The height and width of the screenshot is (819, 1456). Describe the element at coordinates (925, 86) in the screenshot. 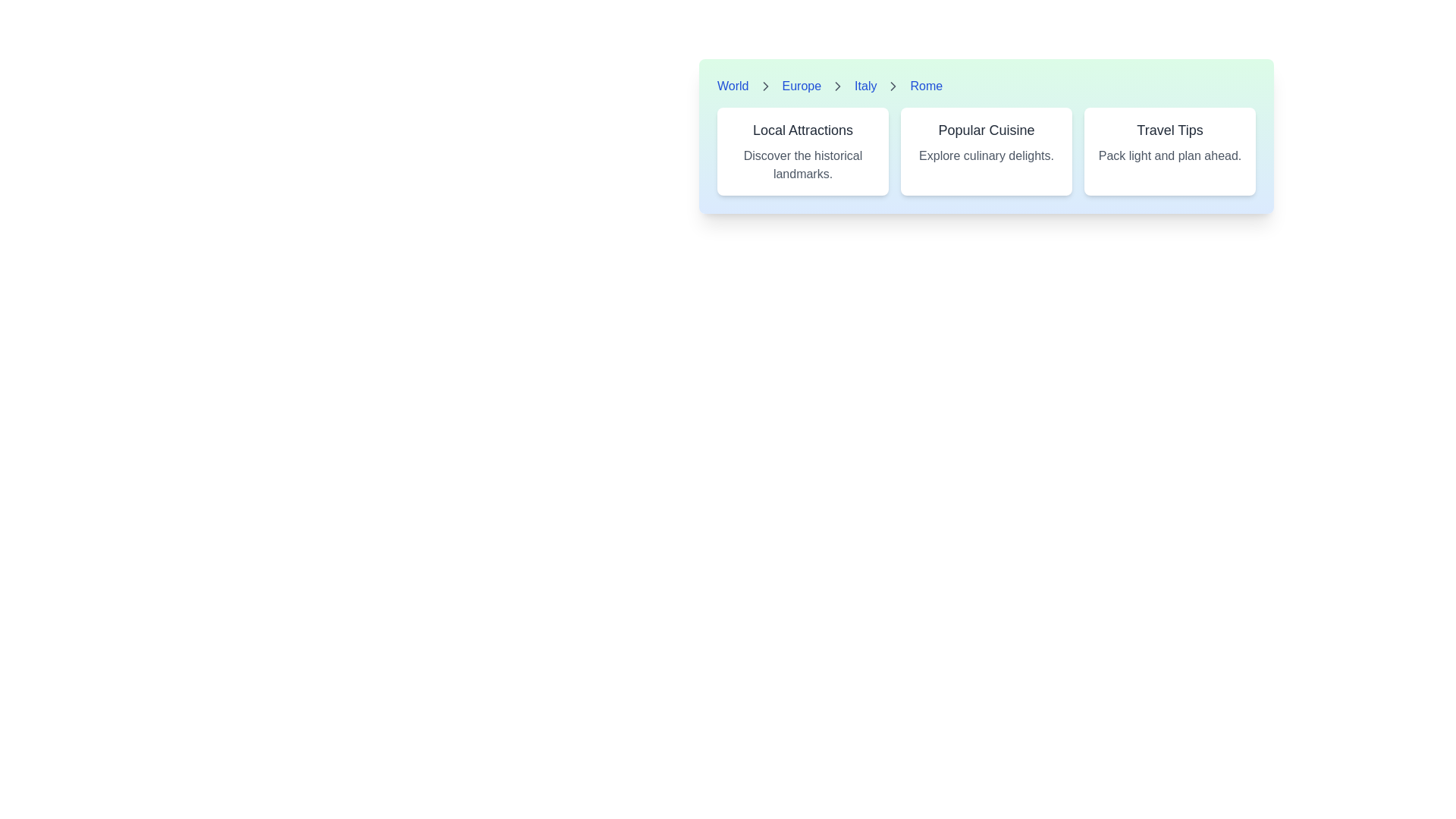

I see `the 'Rome' hyperlink text in the breadcrumb navigation` at that location.